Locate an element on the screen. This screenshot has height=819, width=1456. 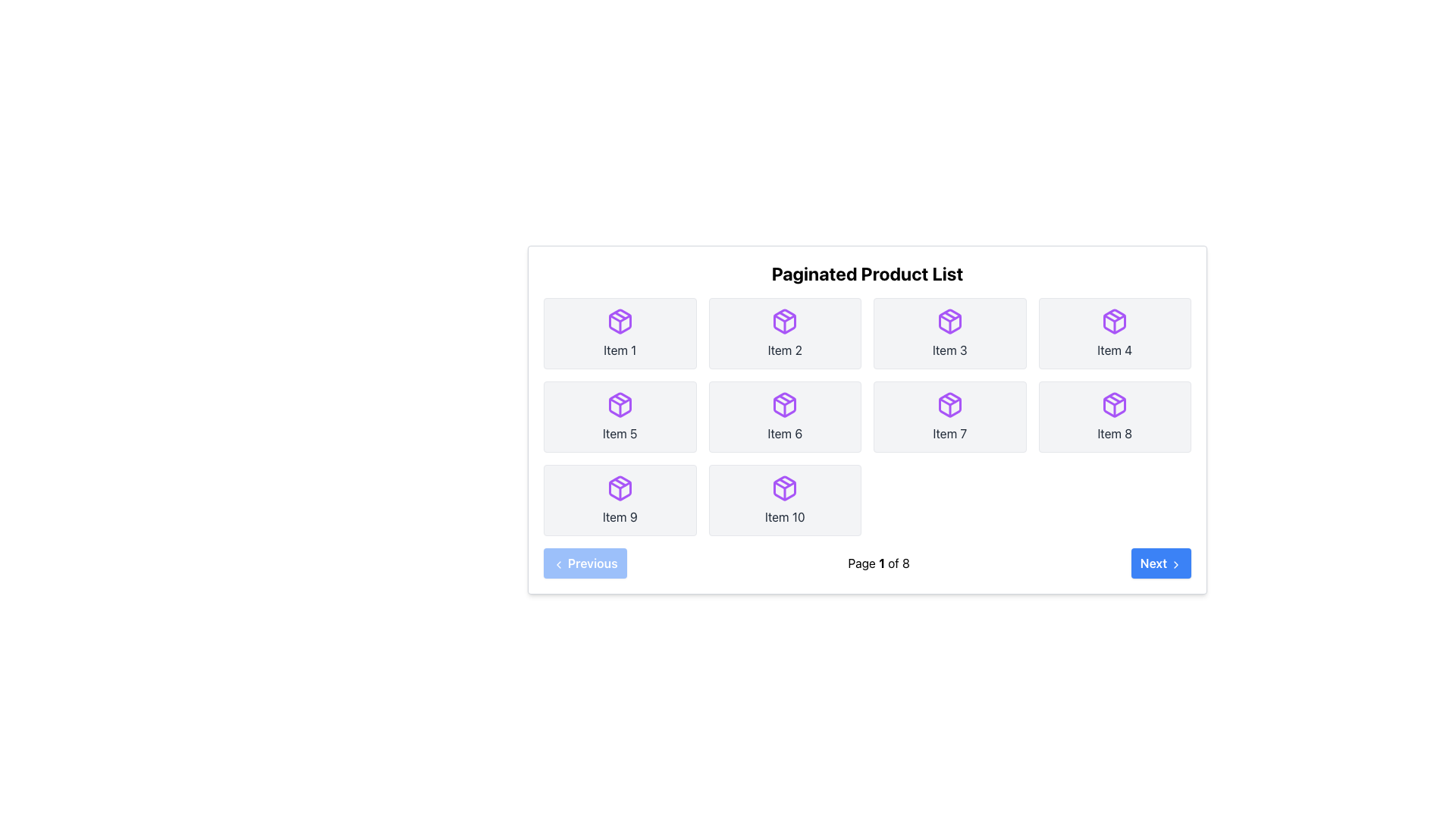
the static text label displaying the current page number and total page count, which is centrally located between the 'Previous' and 'Next' buttons is located at coordinates (879, 563).